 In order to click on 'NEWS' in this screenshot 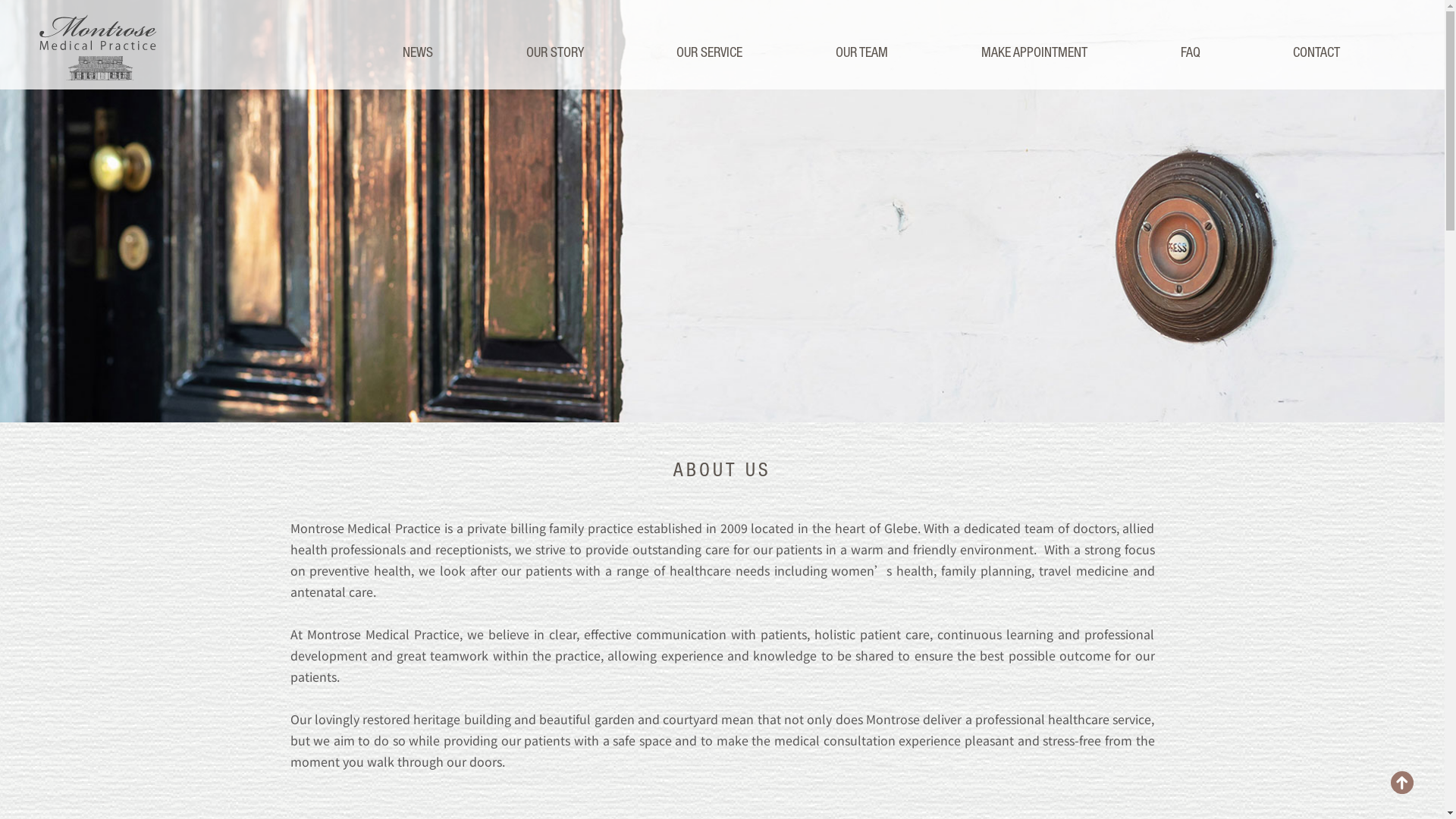, I will do `click(403, 52)`.